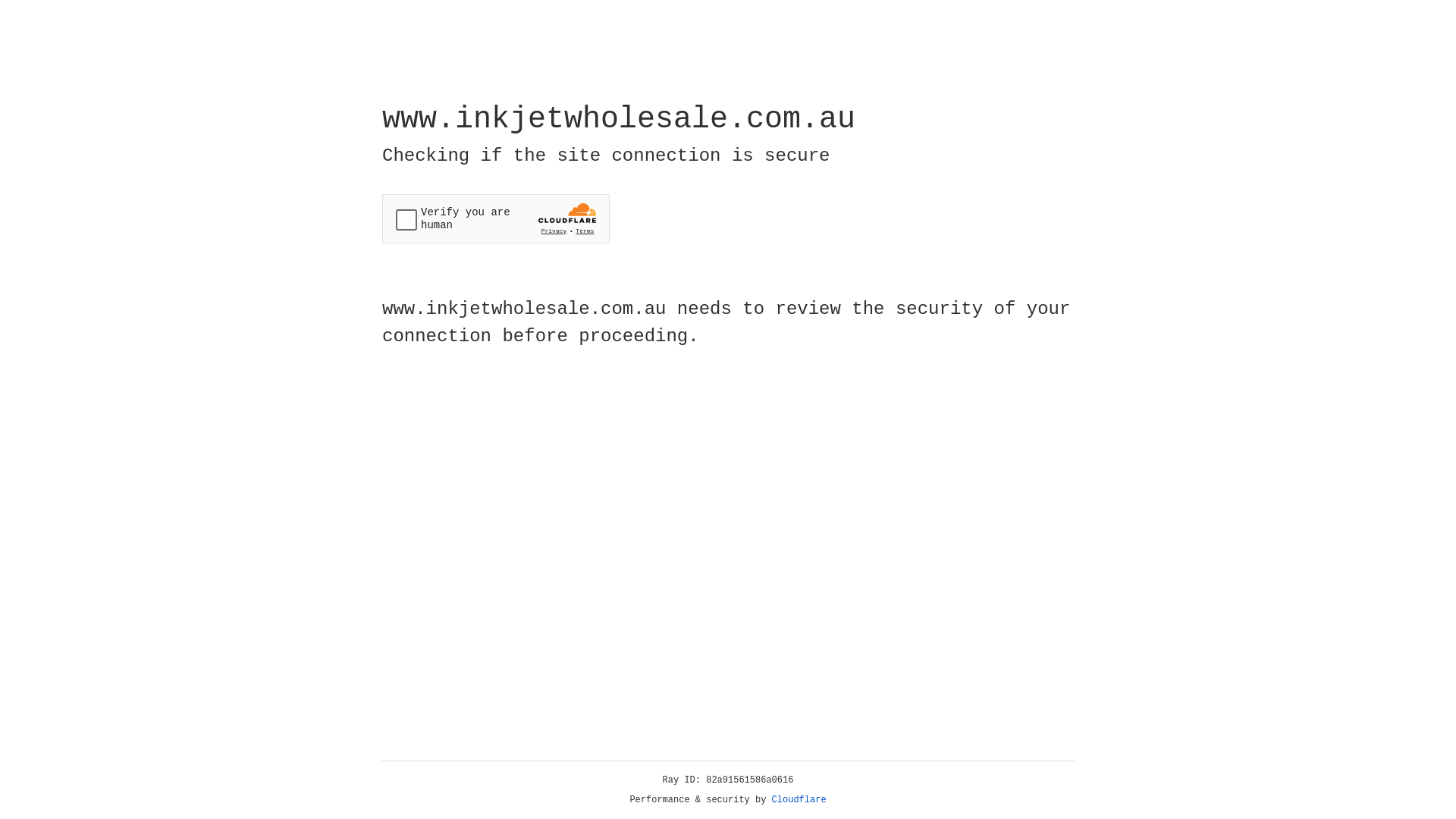 The height and width of the screenshot is (819, 1456). Describe the element at coordinates (799, 799) in the screenshot. I see `'Cloudflare'` at that location.